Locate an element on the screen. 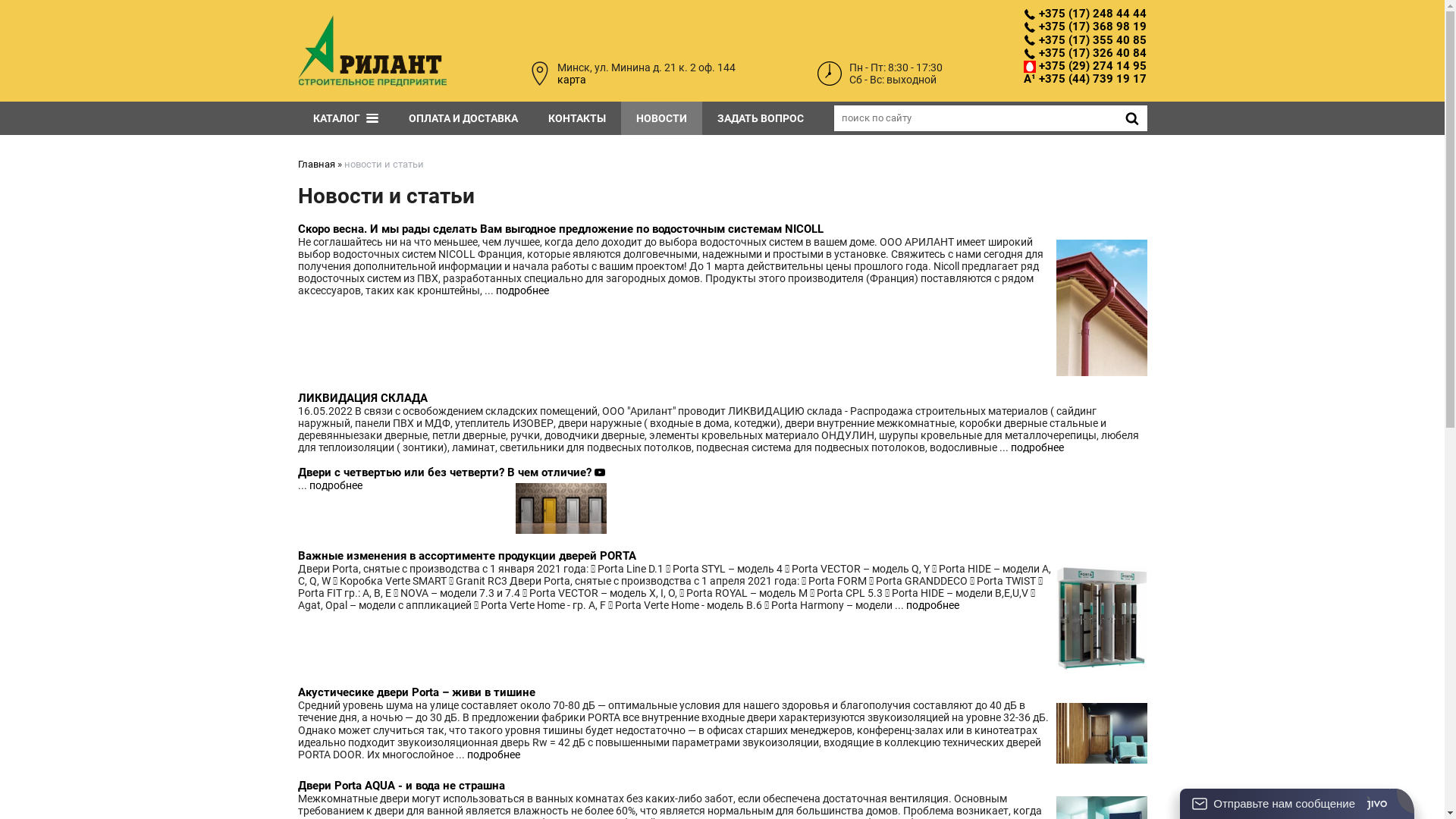 The height and width of the screenshot is (819, 1456). '+375 (17) 355 40 85' is located at coordinates (1084, 39).